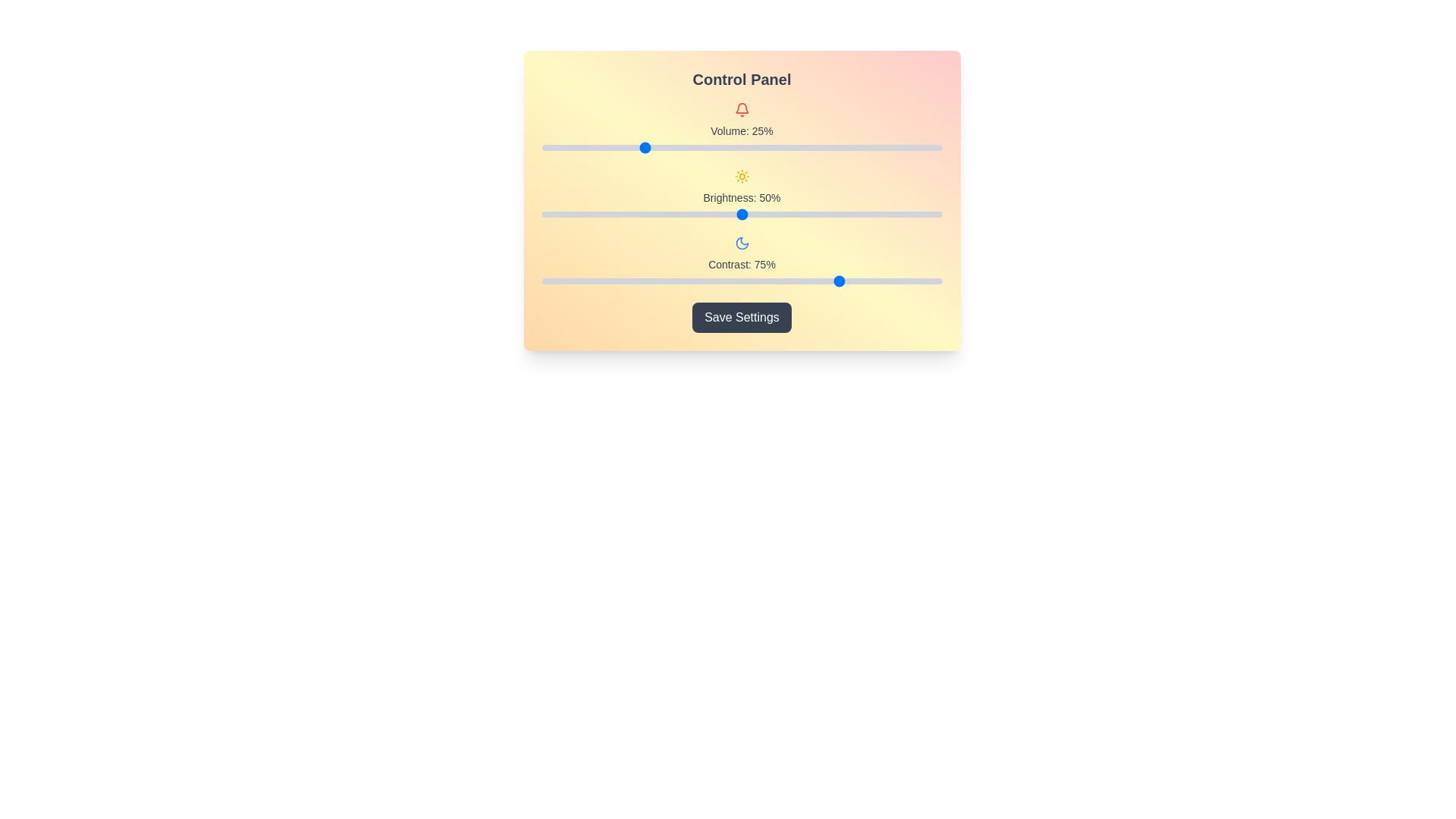  Describe the element at coordinates (761, 281) in the screenshot. I see `contrast` at that location.